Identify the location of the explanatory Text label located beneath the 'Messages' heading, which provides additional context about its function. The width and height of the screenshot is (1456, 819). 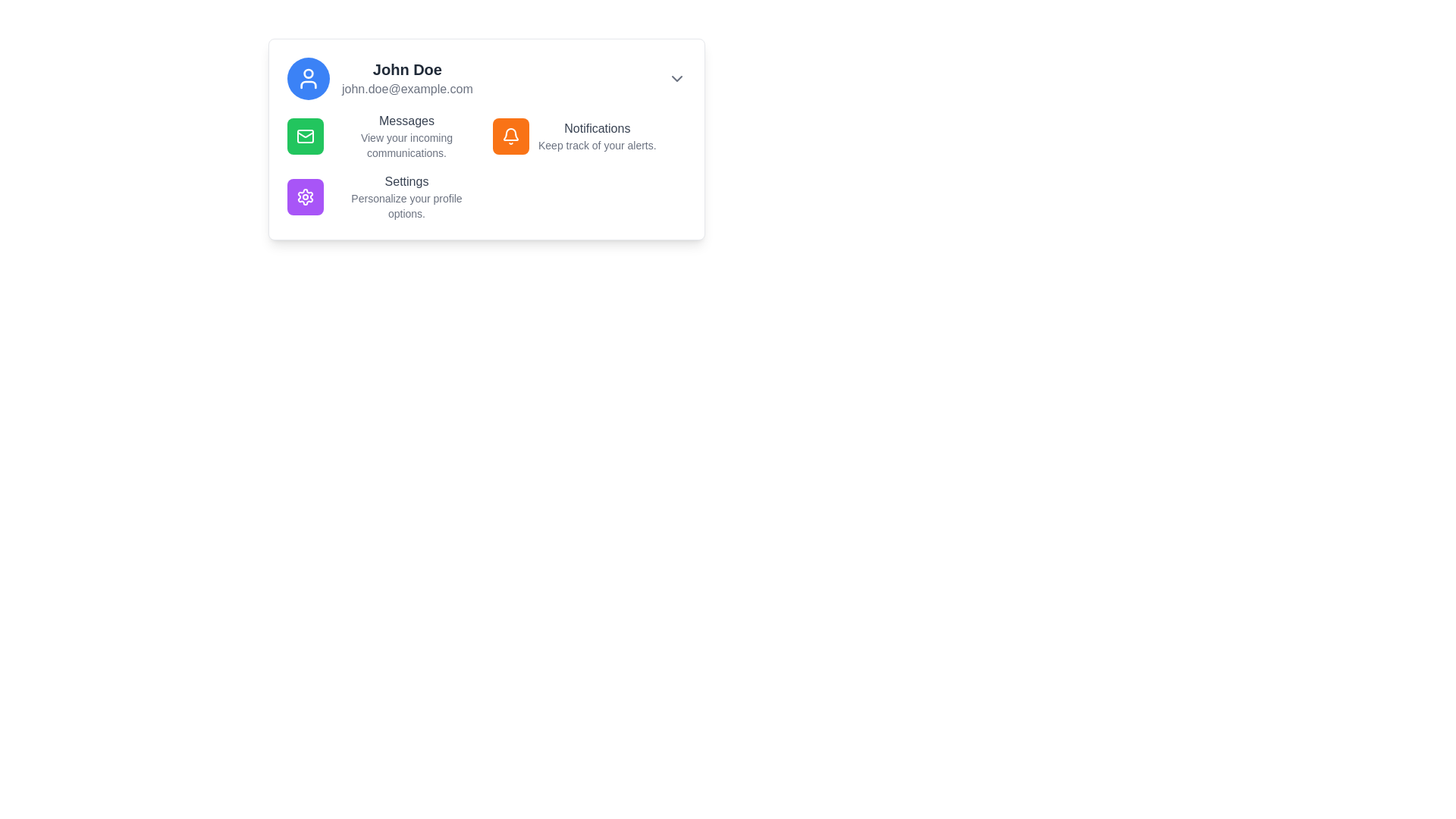
(406, 146).